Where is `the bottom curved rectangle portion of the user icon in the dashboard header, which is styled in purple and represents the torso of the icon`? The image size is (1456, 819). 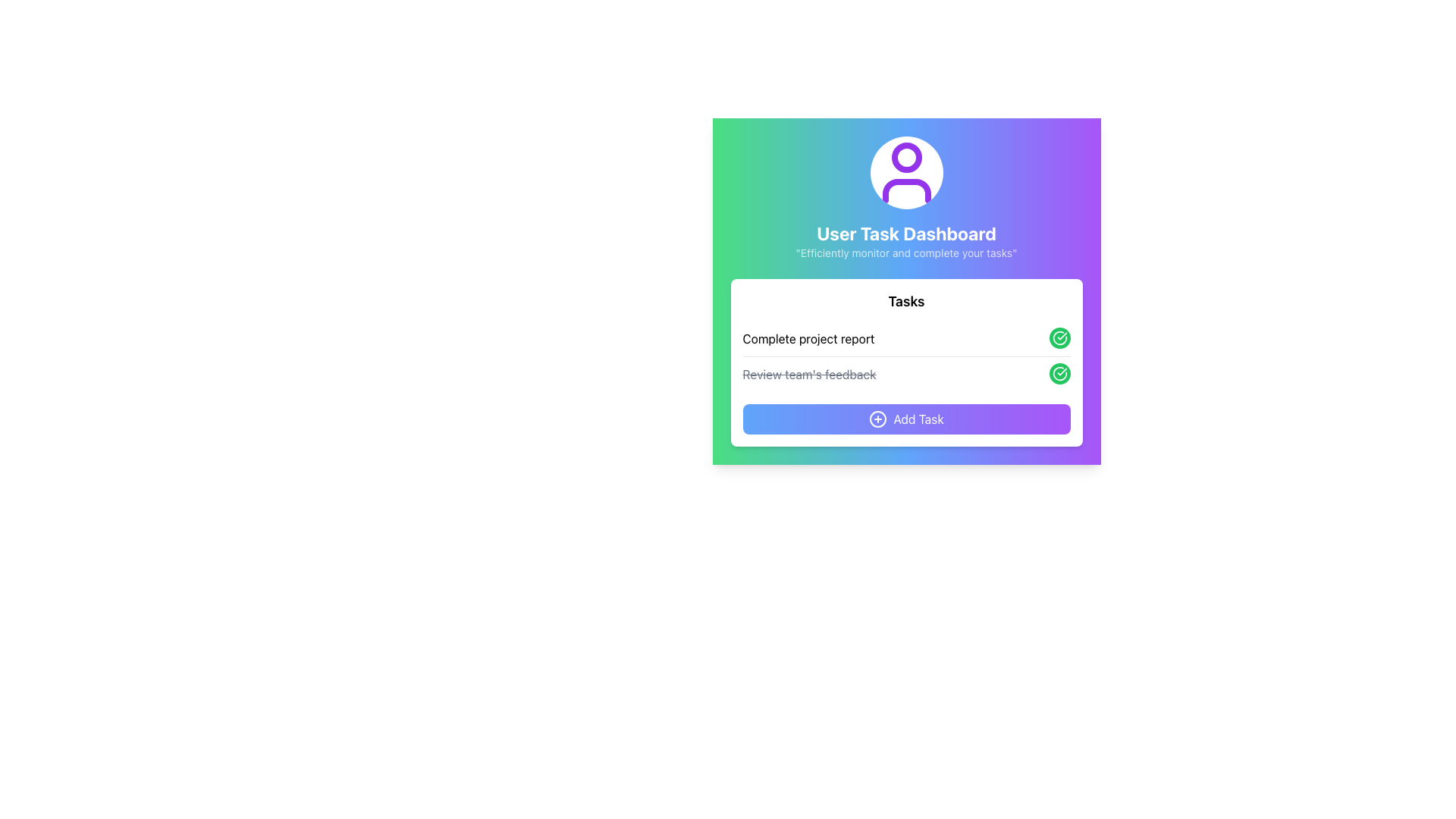 the bottom curved rectangle portion of the user icon in the dashboard header, which is styled in purple and represents the torso of the icon is located at coordinates (906, 190).